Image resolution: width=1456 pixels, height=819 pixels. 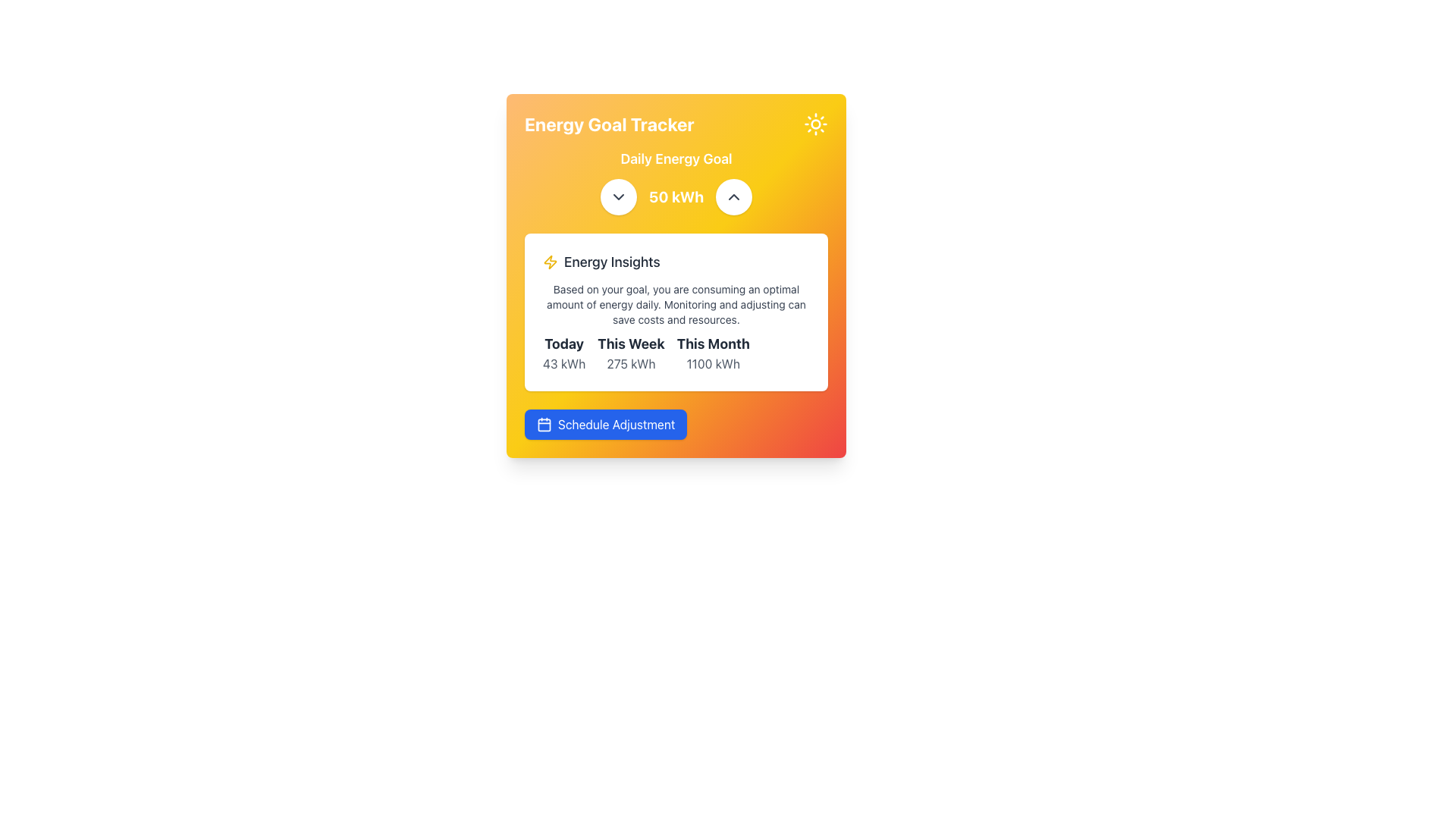 I want to click on the lightning bolt-shaped icon that is yellow and located next to the 'Energy Insights' heading in the 'Energy Goal Tracker' card, so click(x=549, y=262).